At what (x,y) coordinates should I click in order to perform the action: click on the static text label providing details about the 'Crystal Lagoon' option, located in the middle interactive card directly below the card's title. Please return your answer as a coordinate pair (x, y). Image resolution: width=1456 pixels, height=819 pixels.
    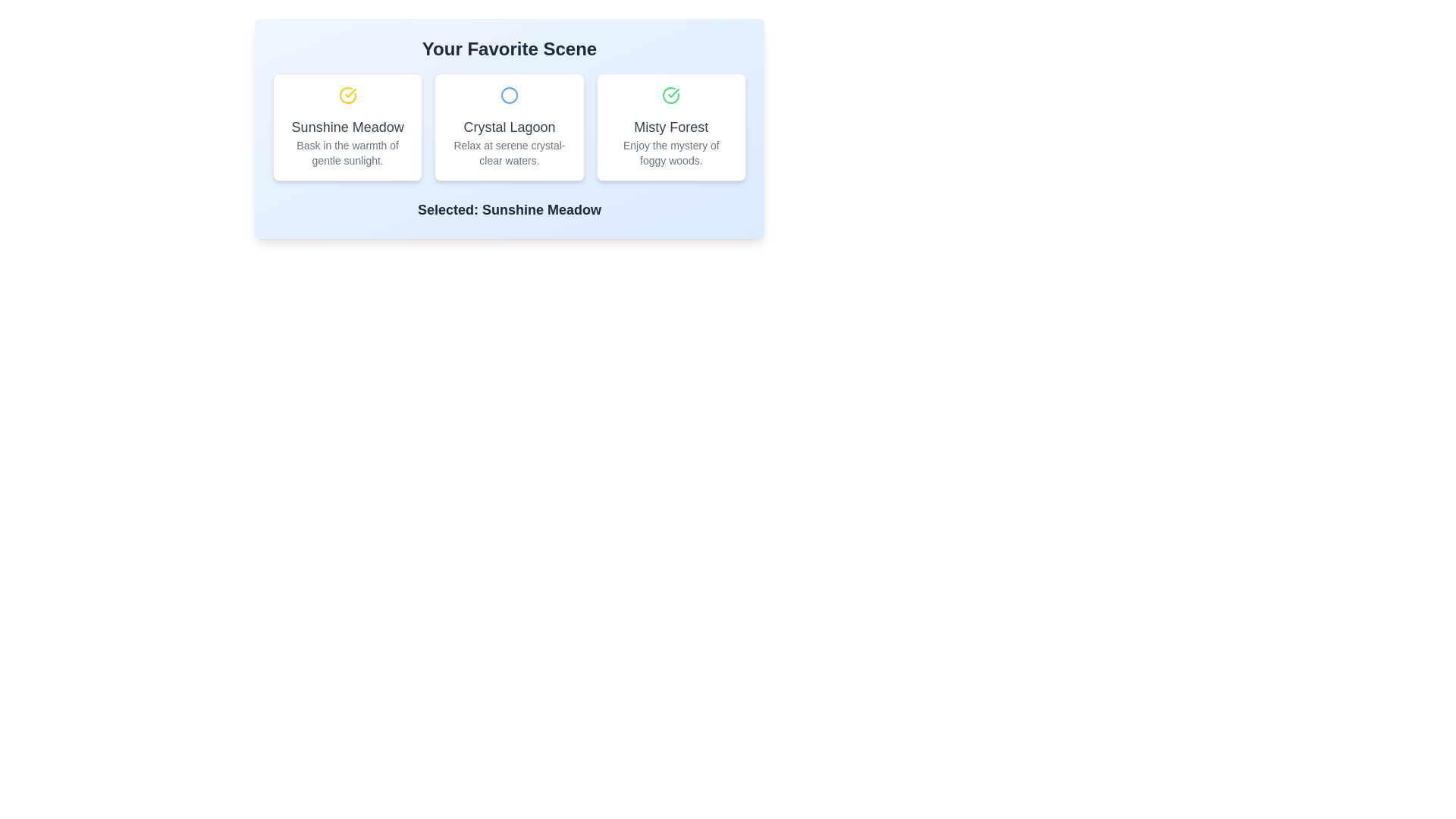
    Looking at the image, I should click on (510, 152).